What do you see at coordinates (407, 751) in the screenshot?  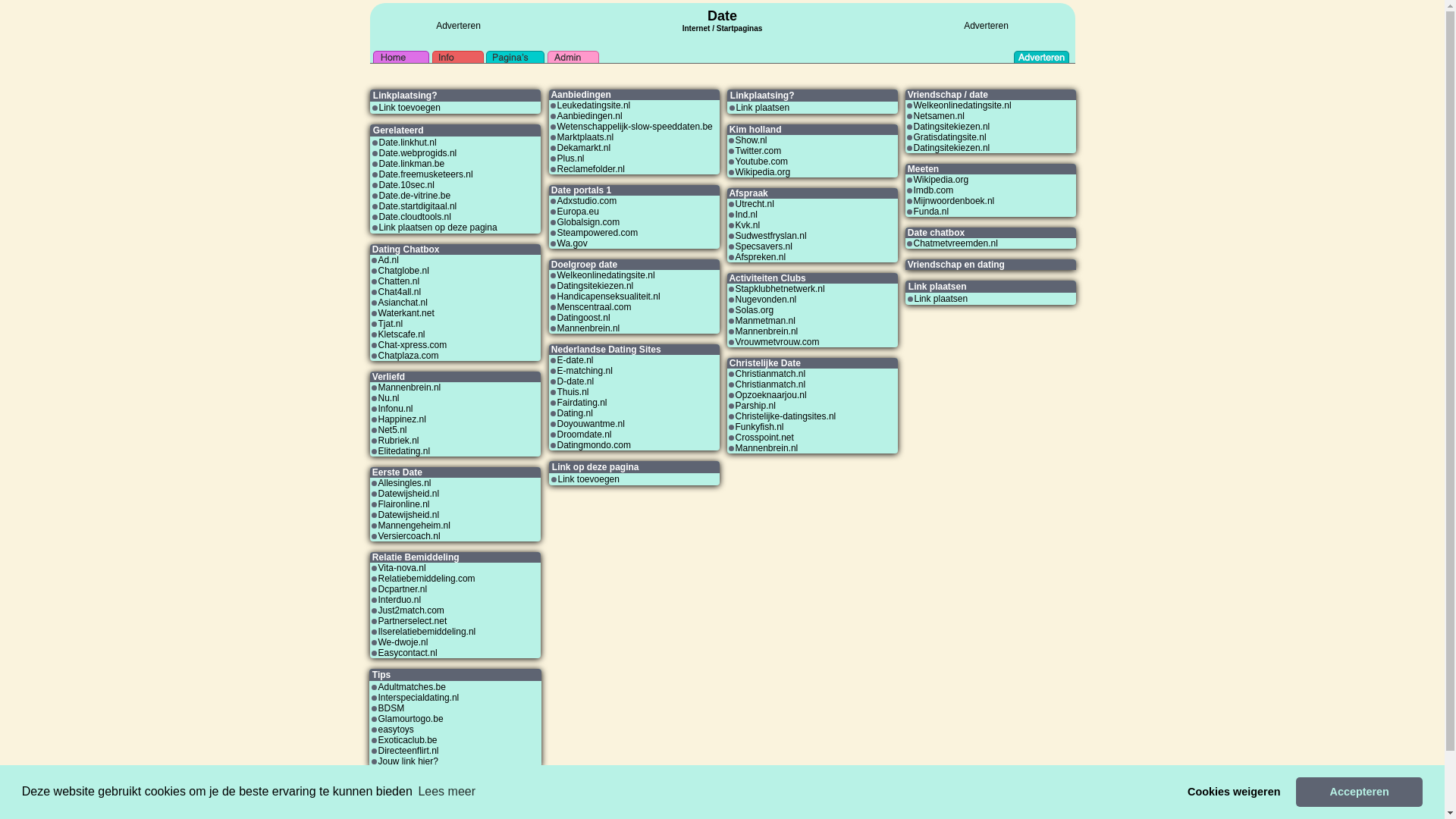 I see `'Directeenflirt.nl'` at bounding box center [407, 751].